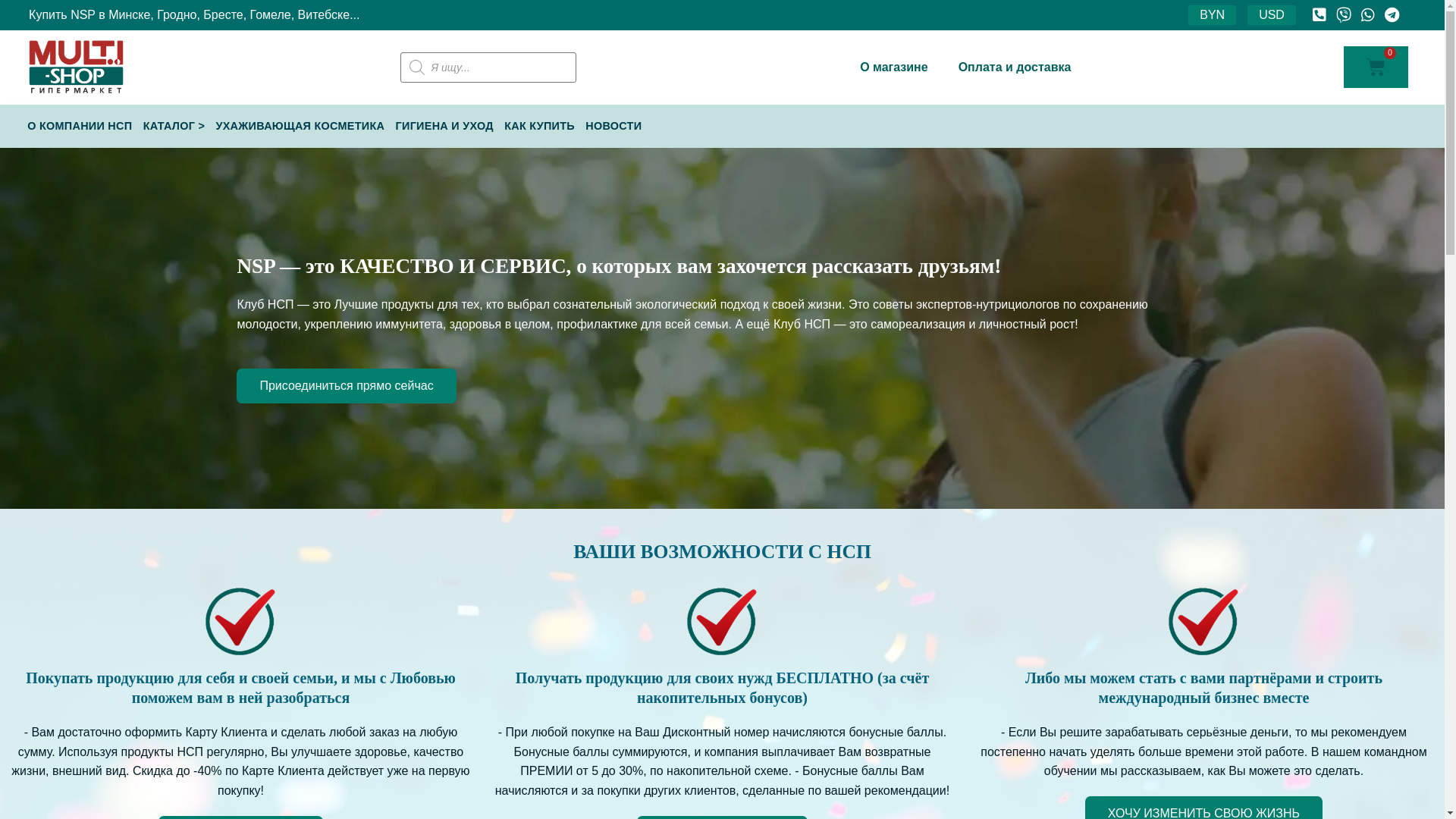 Image resolution: width=1456 pixels, height=819 pixels. I want to click on 'BYN', so click(1187, 14).